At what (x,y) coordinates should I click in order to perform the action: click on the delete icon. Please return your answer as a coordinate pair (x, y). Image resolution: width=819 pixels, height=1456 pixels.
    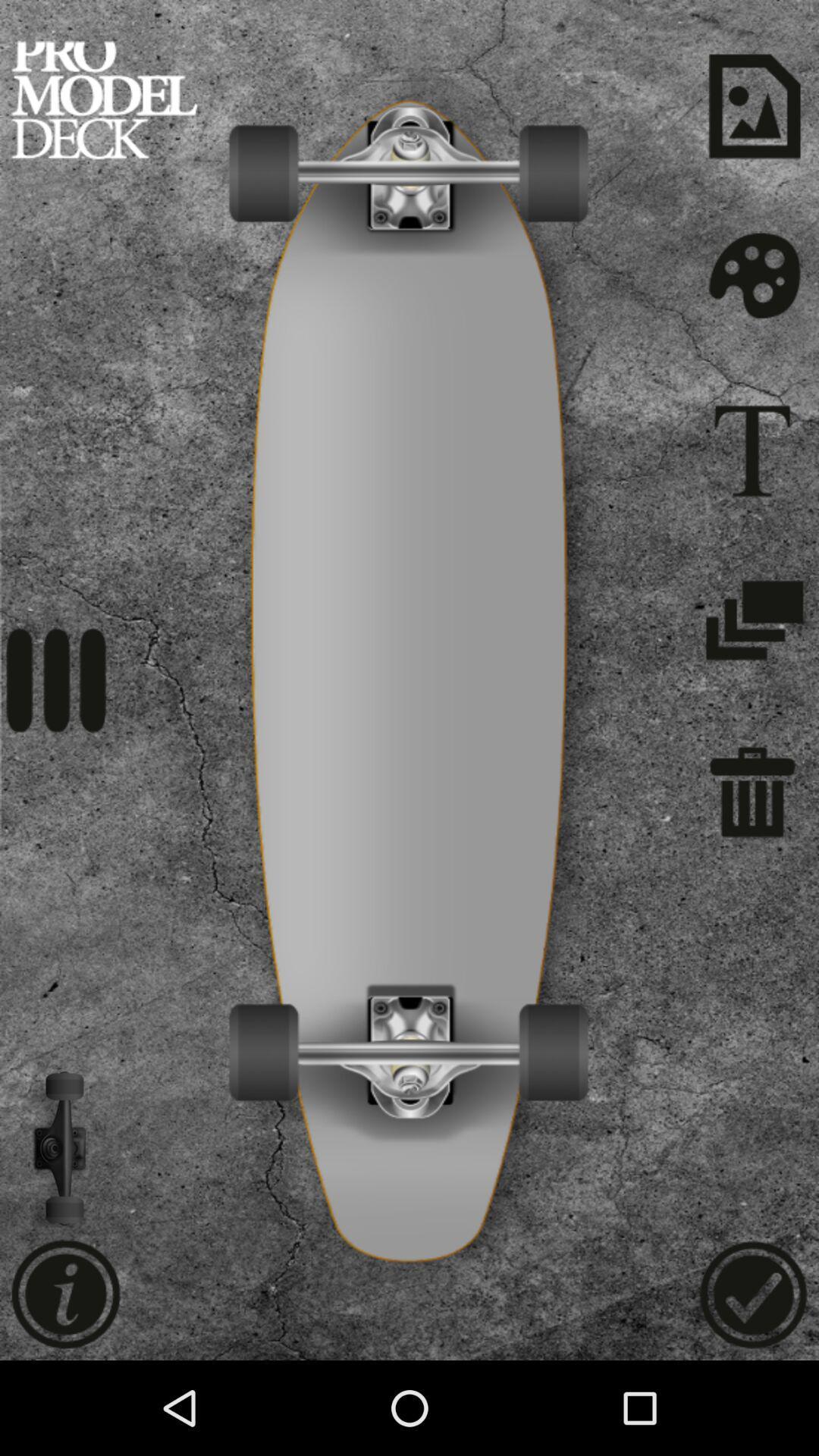
    Looking at the image, I should click on (752, 851).